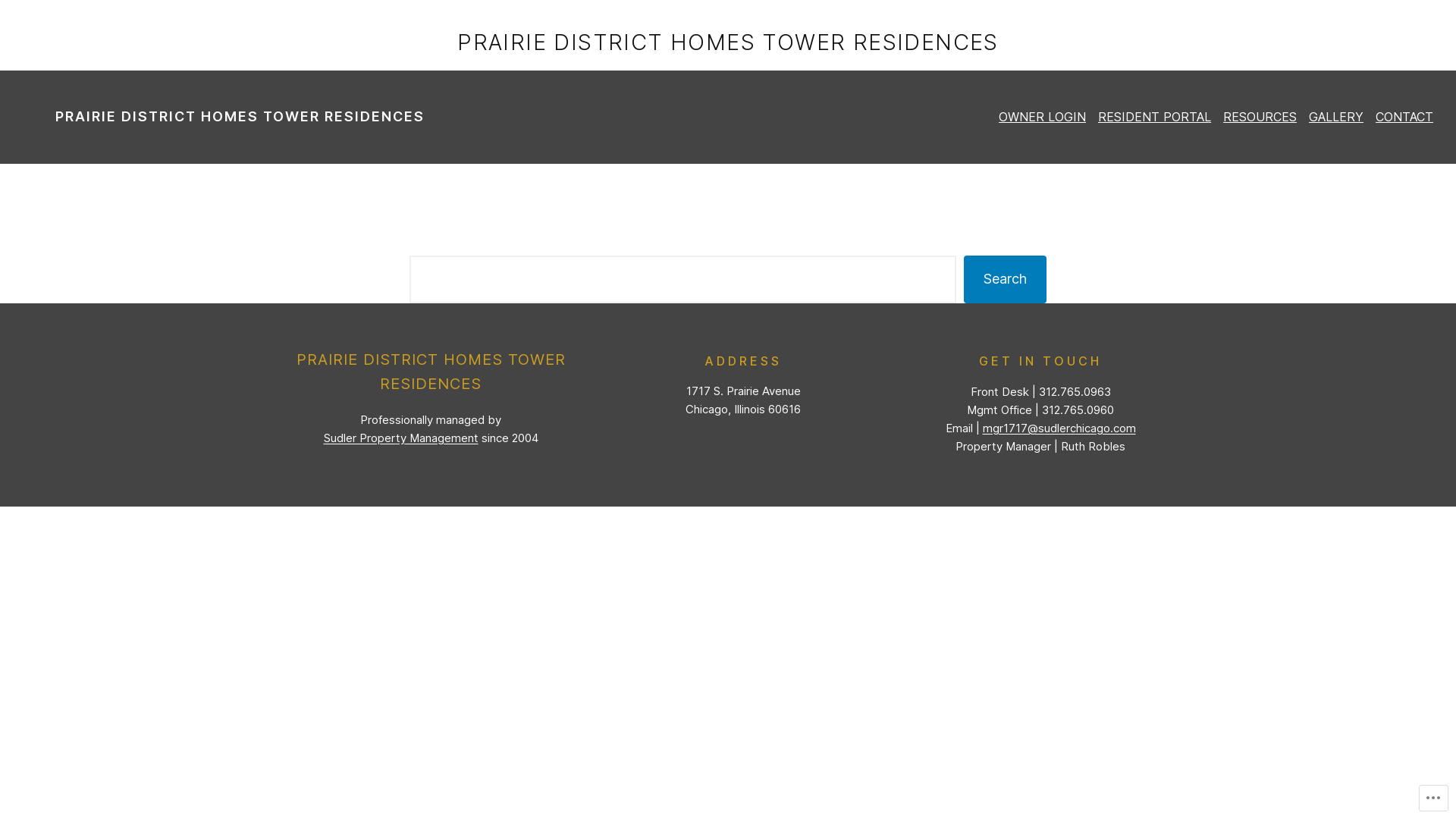 Image resolution: width=1456 pixels, height=819 pixels. What do you see at coordinates (1260, 116) in the screenshot?
I see `'RESOURCES'` at bounding box center [1260, 116].